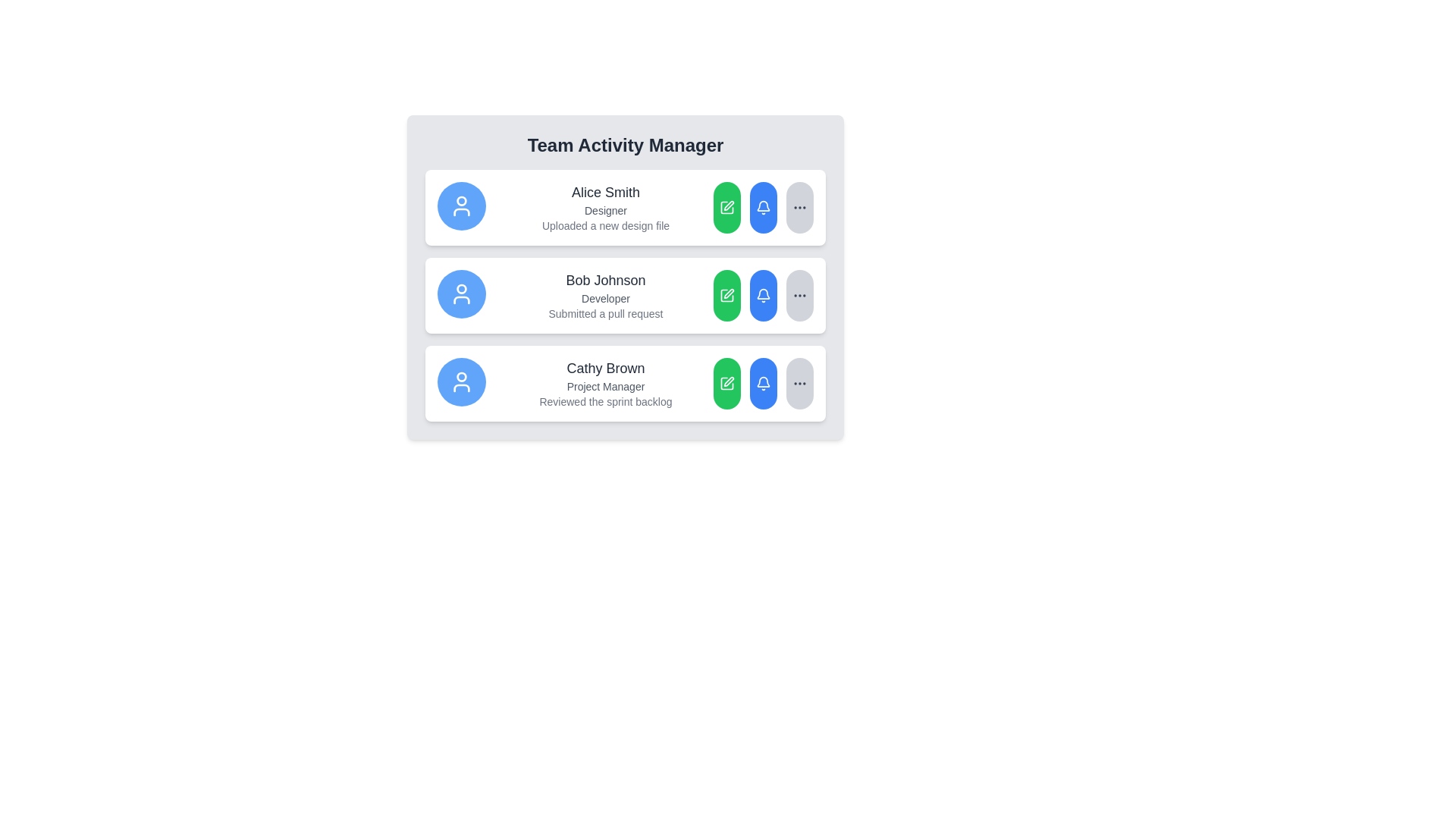  What do you see at coordinates (764, 207) in the screenshot?
I see `the blue circular icon with a bell symbol located under the 'Team Activity Manager' header, next to 'Bob Johnson'` at bounding box center [764, 207].